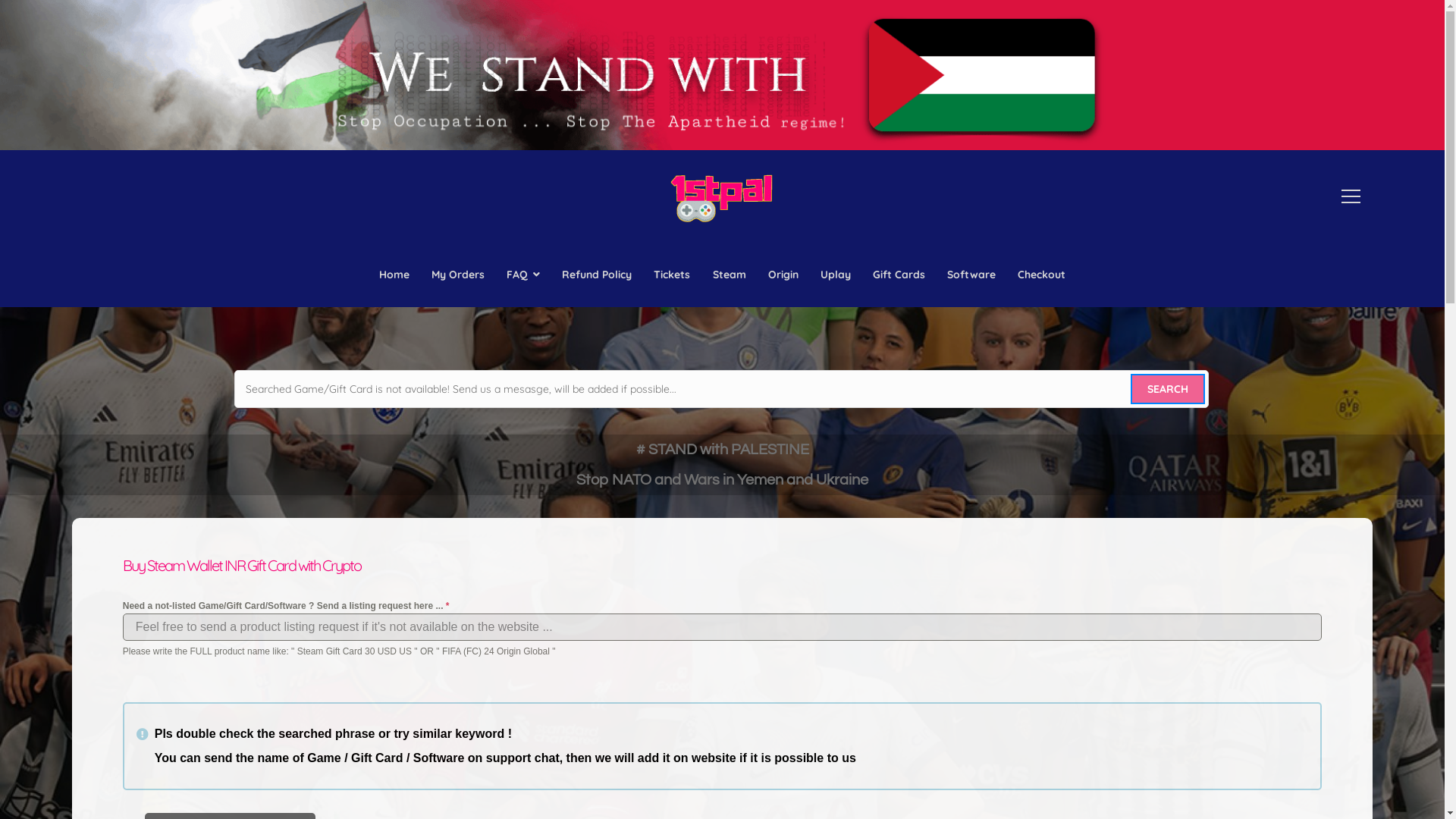  I want to click on 'Home', so click(394, 275).